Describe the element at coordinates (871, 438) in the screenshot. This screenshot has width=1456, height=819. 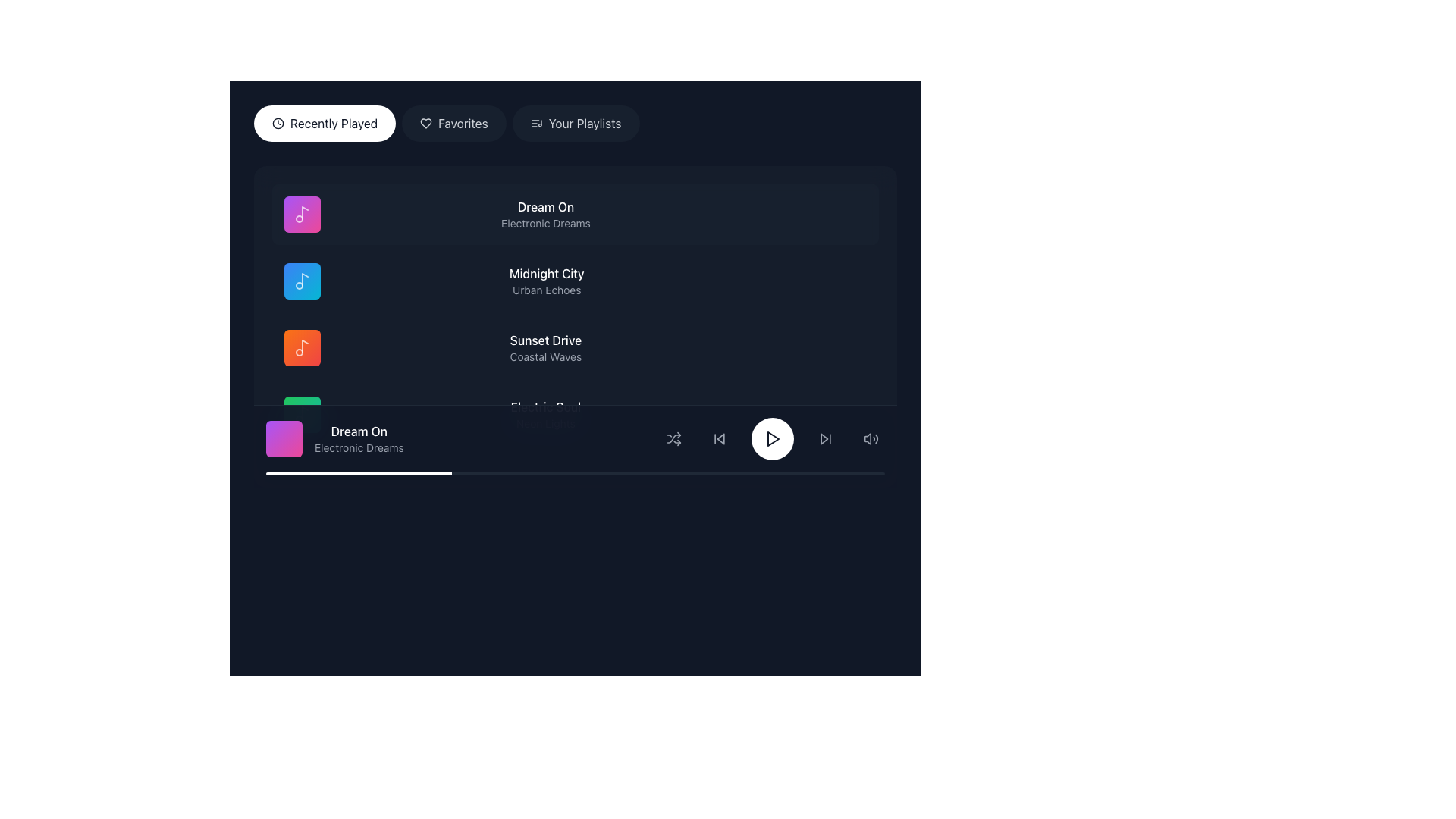
I see `the volume control button located at the far right of the bottom section of the interface to observe the style change` at that location.